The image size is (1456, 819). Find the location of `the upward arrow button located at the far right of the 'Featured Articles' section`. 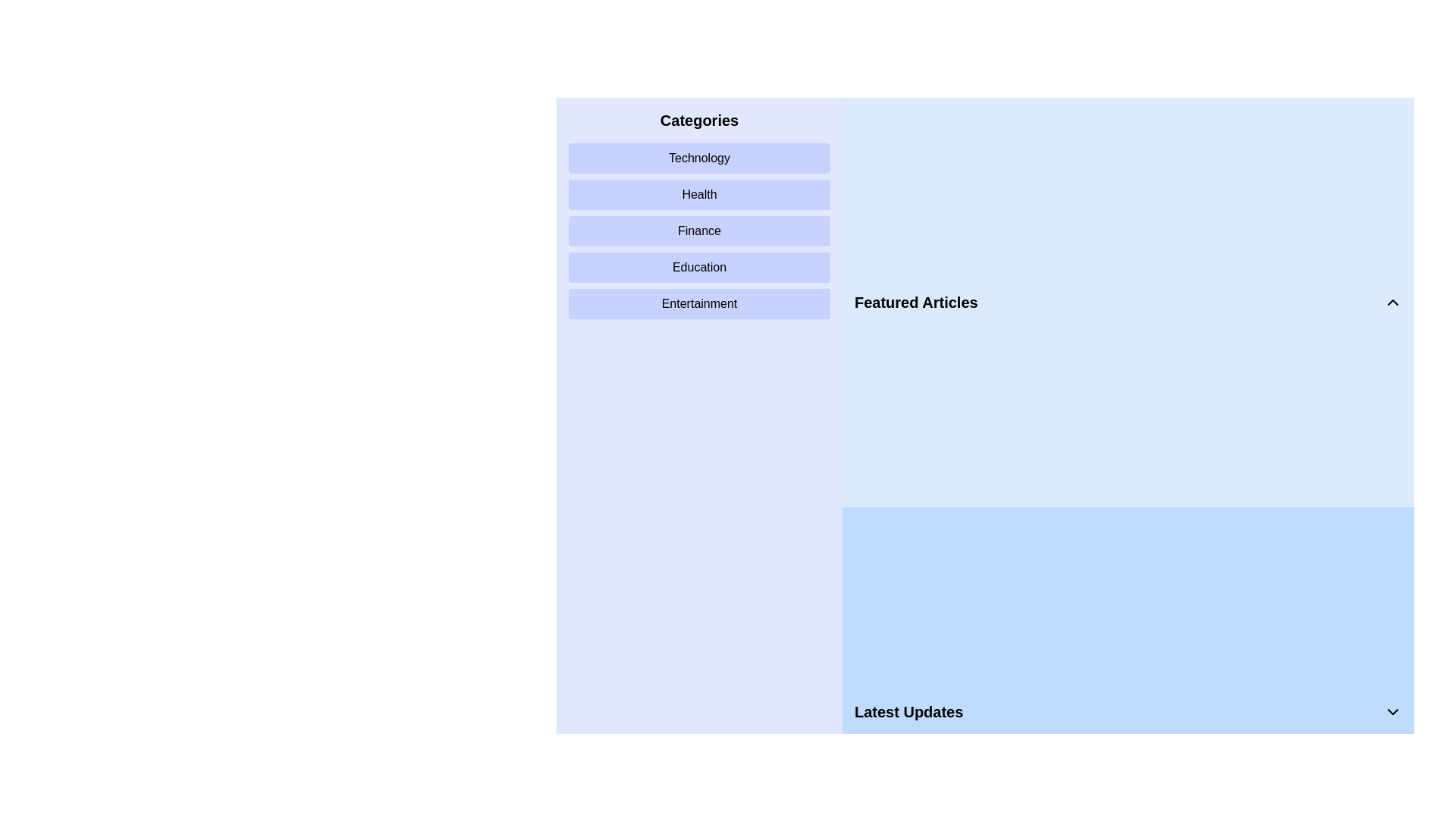

the upward arrow button located at the far right of the 'Featured Articles' section is located at coordinates (1393, 302).